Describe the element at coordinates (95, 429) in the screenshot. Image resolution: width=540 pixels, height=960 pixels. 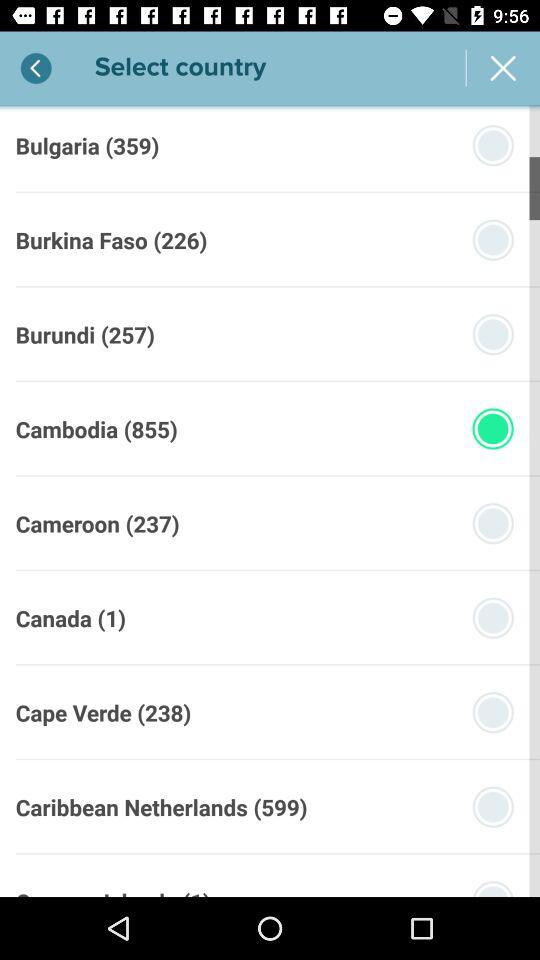
I see `the cambodia (855) icon` at that location.